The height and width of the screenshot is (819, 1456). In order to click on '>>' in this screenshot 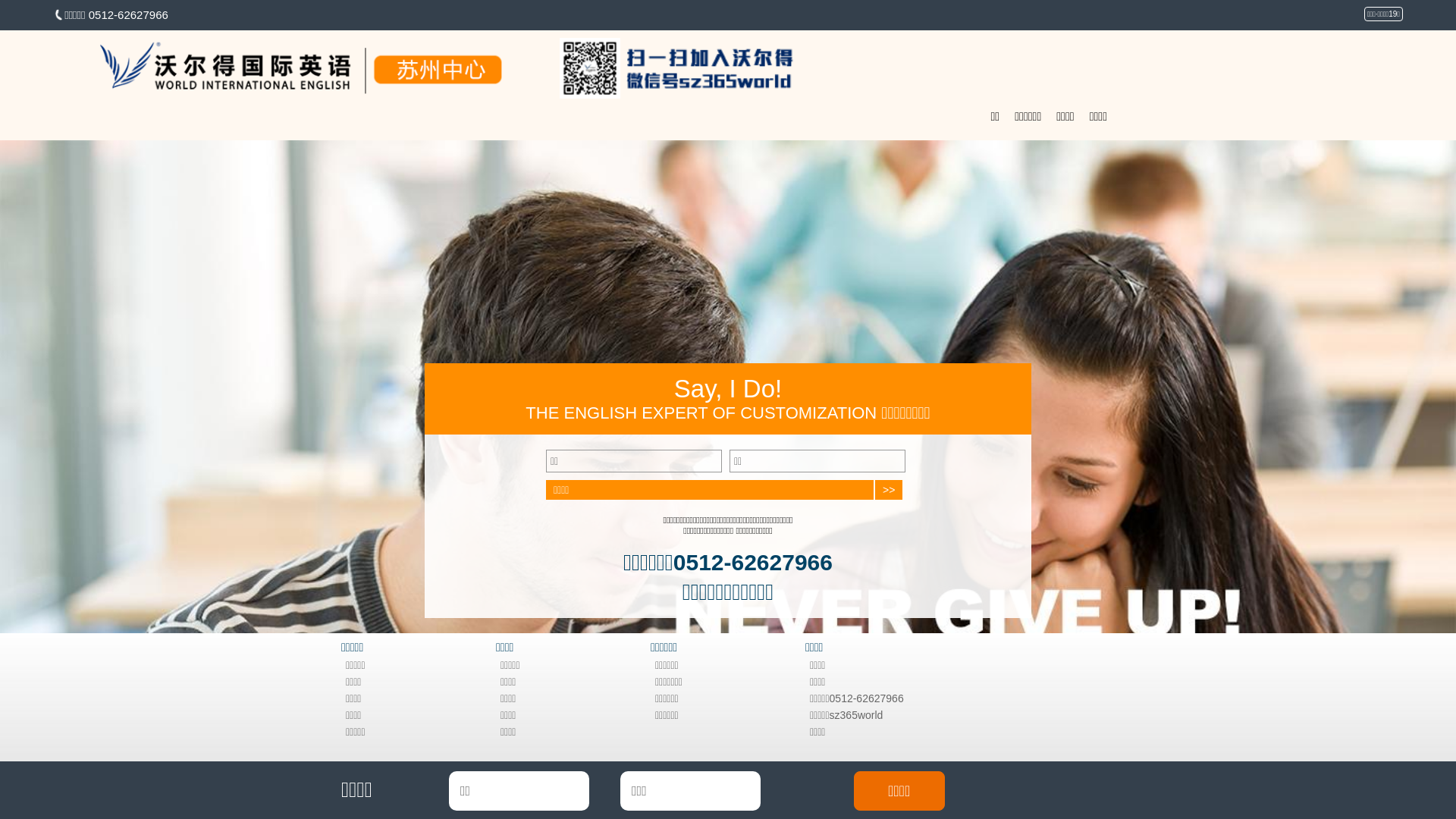, I will do `click(888, 489)`.